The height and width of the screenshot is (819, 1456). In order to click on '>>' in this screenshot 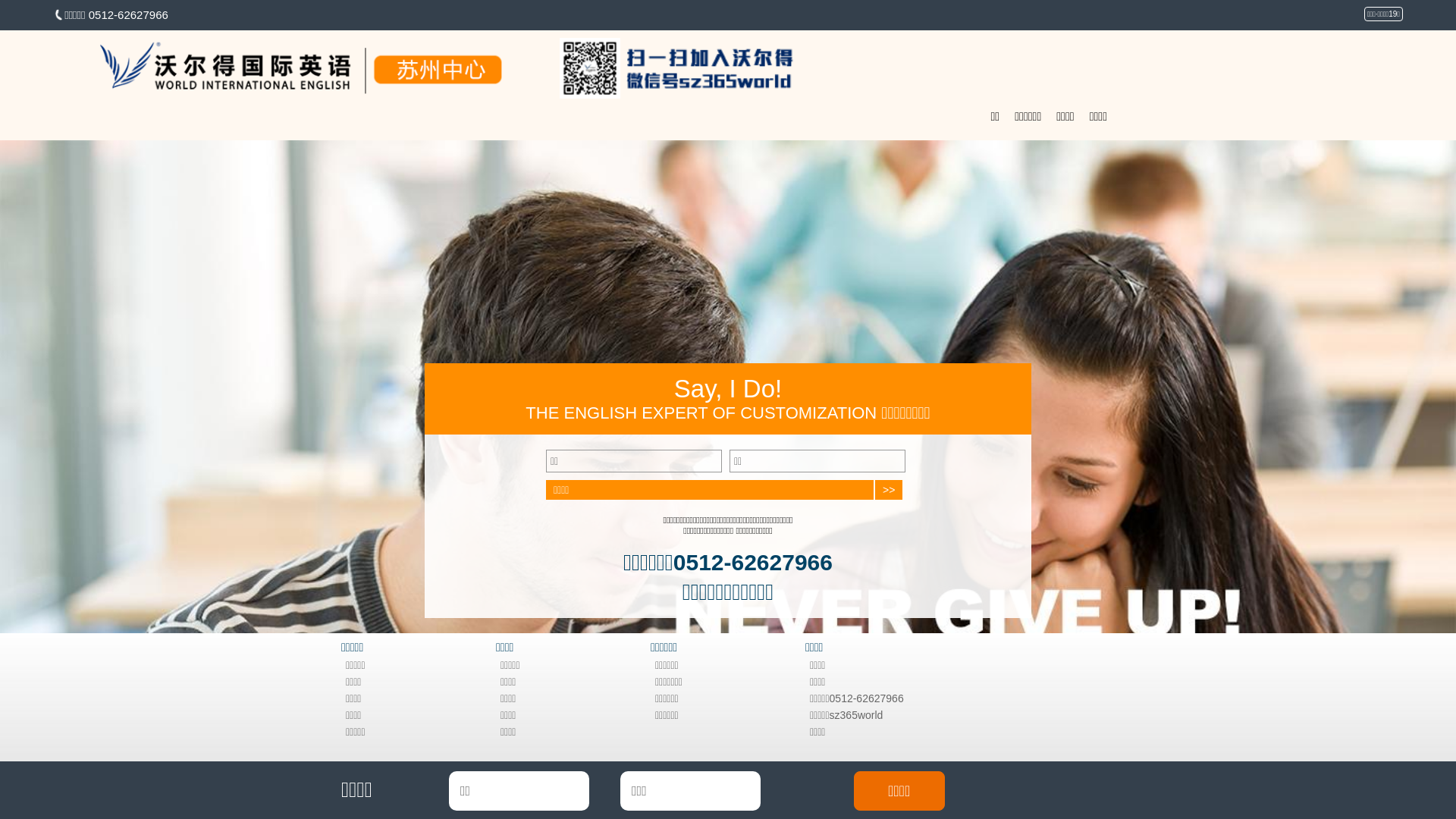, I will do `click(888, 489)`.